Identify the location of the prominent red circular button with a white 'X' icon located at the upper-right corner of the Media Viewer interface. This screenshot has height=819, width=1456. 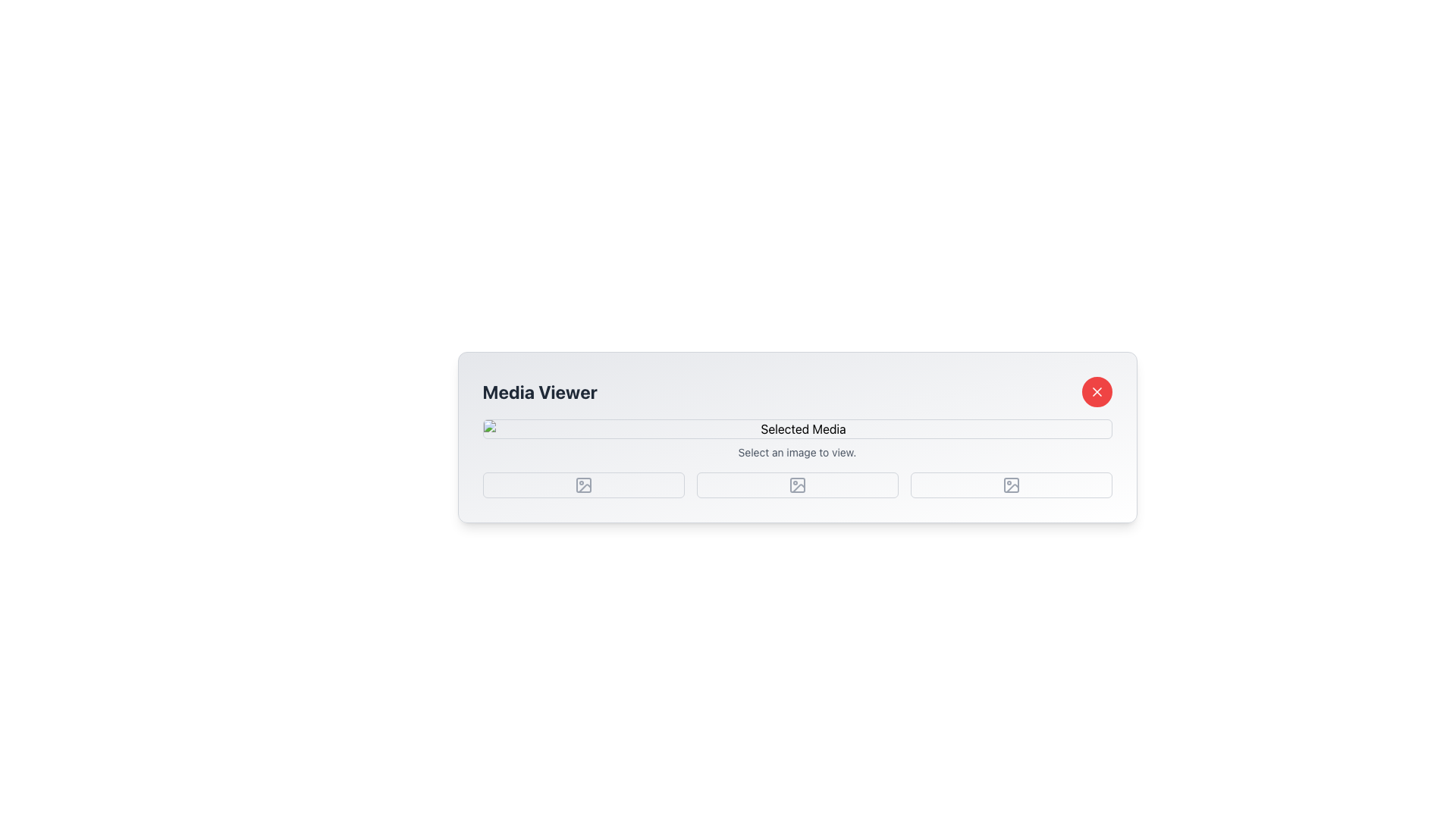
(1097, 391).